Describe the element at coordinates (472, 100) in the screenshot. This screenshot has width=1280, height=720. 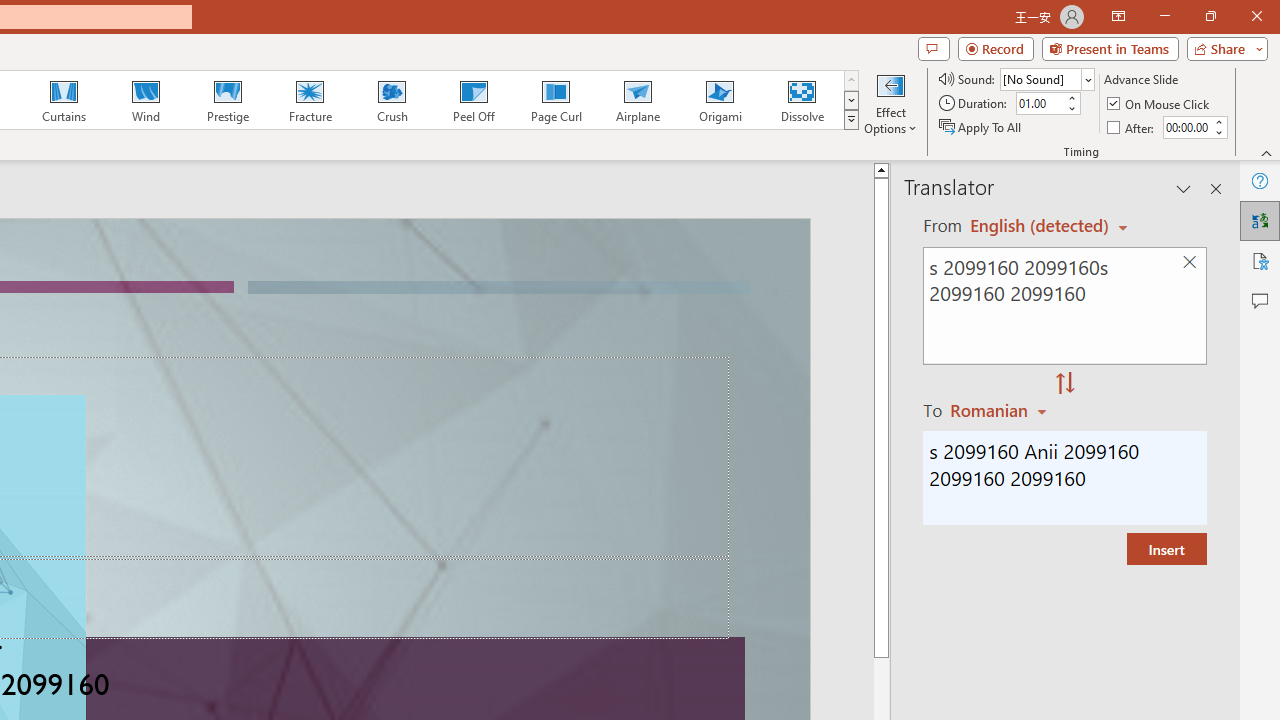
I see `'Peel Off'` at that location.